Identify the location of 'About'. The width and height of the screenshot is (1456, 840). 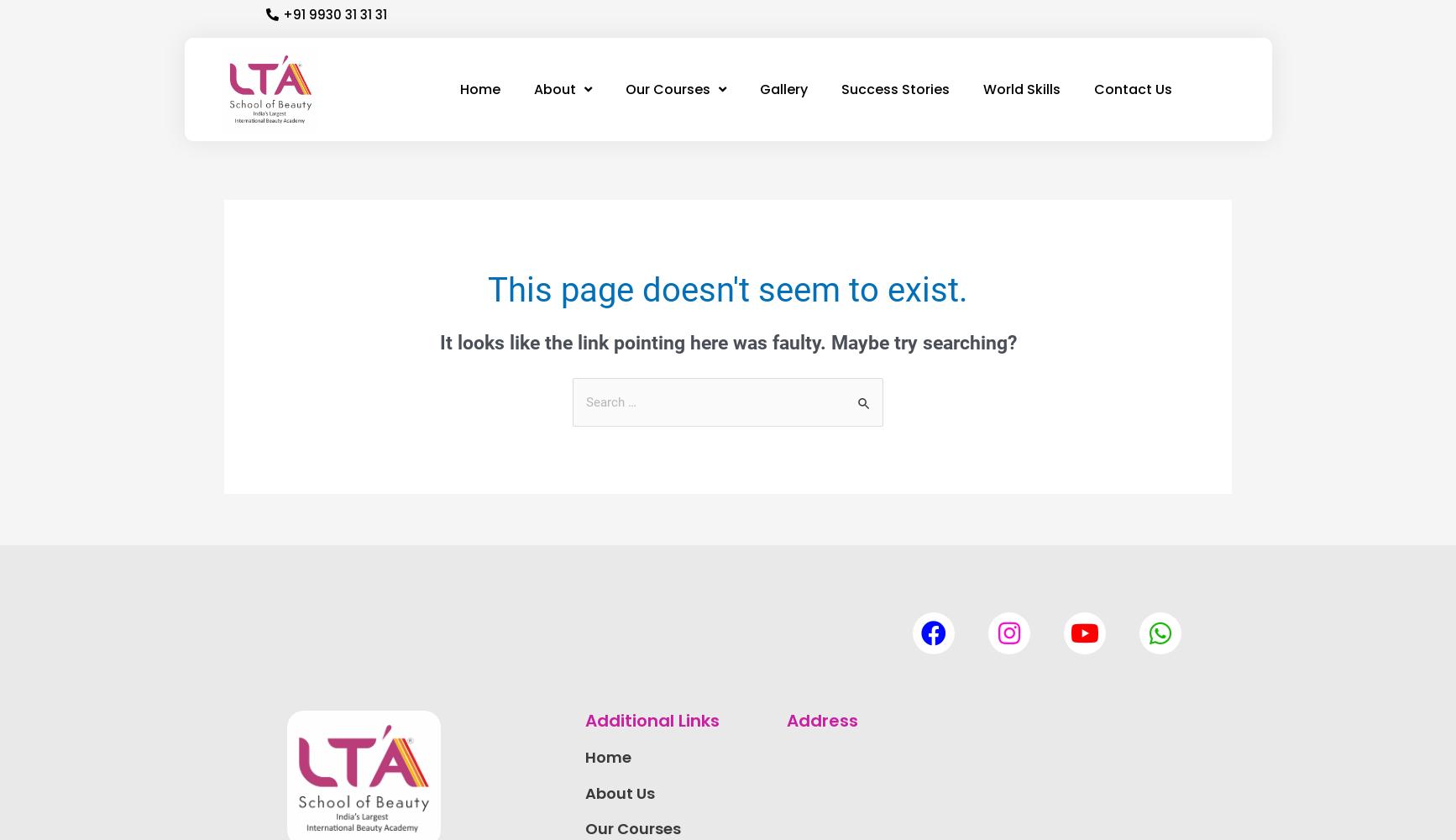
(553, 88).